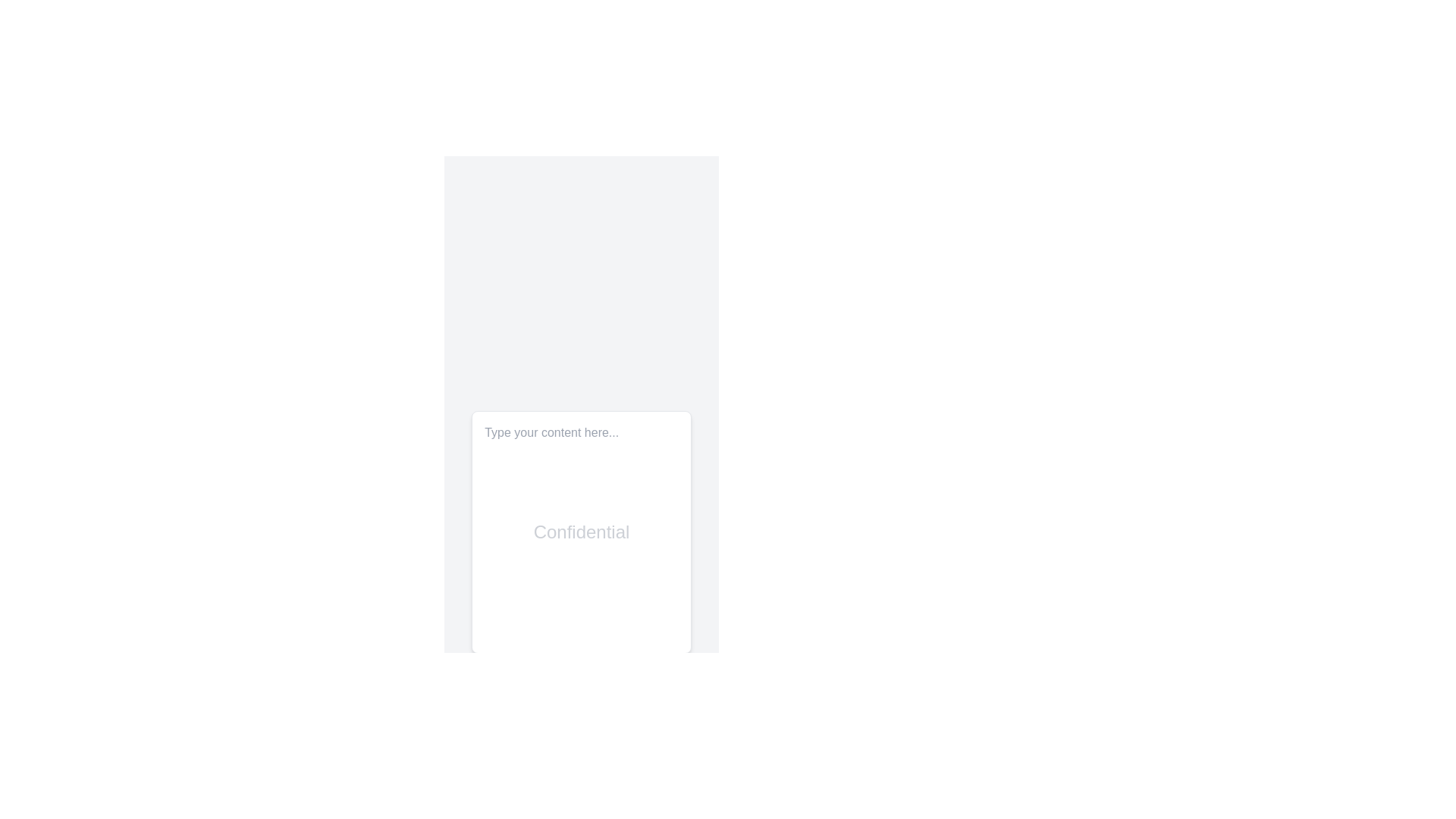 The image size is (1456, 819). I want to click on and delete the existing text in the text area labeled 'Confidential', which has a placeholder 'Type your content here...' and is visually represented as a rectangular white box with rounded corners, so click(581, 532).